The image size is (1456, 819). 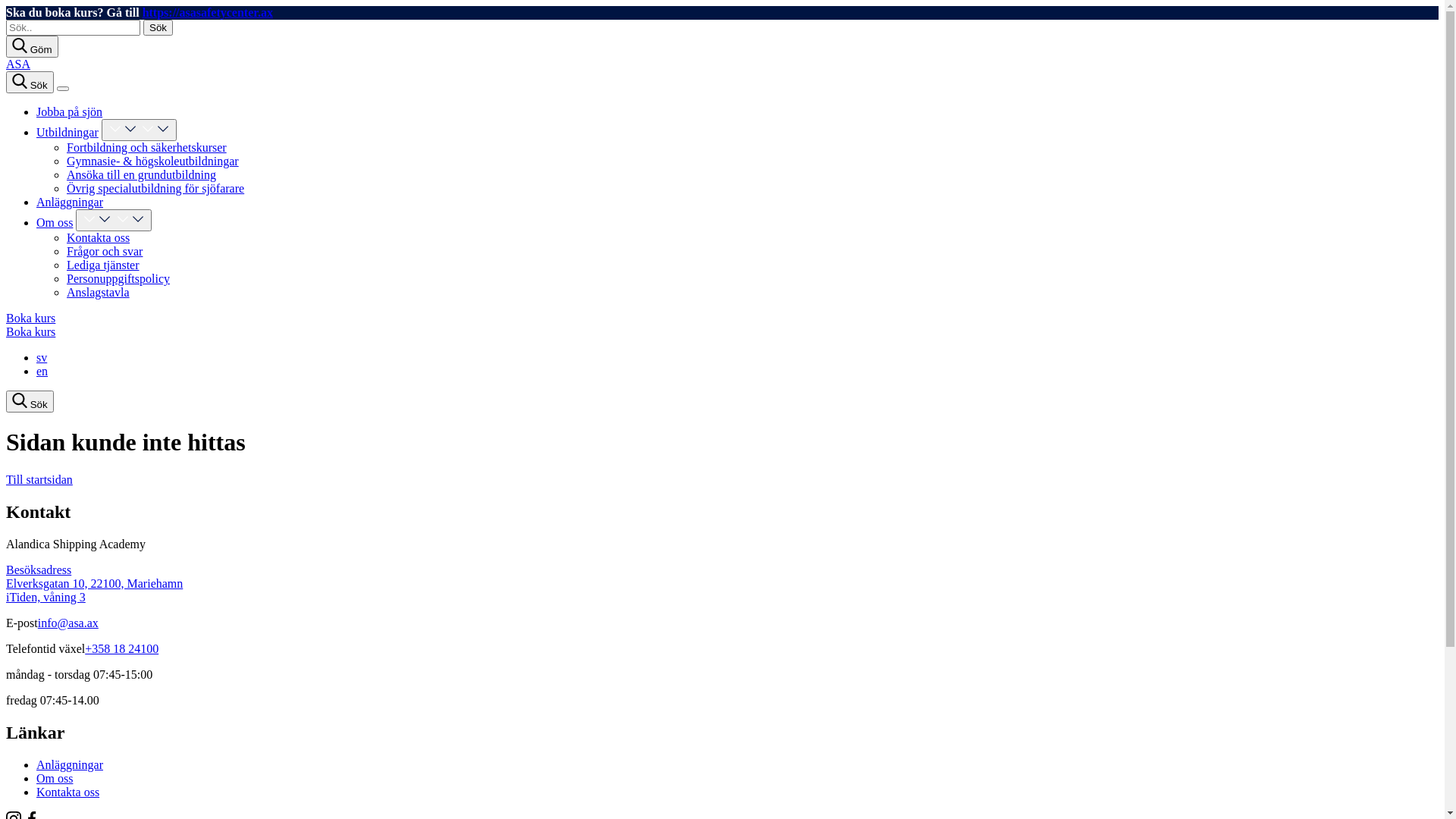 I want to click on '+358 18 24100', so click(x=121, y=648).